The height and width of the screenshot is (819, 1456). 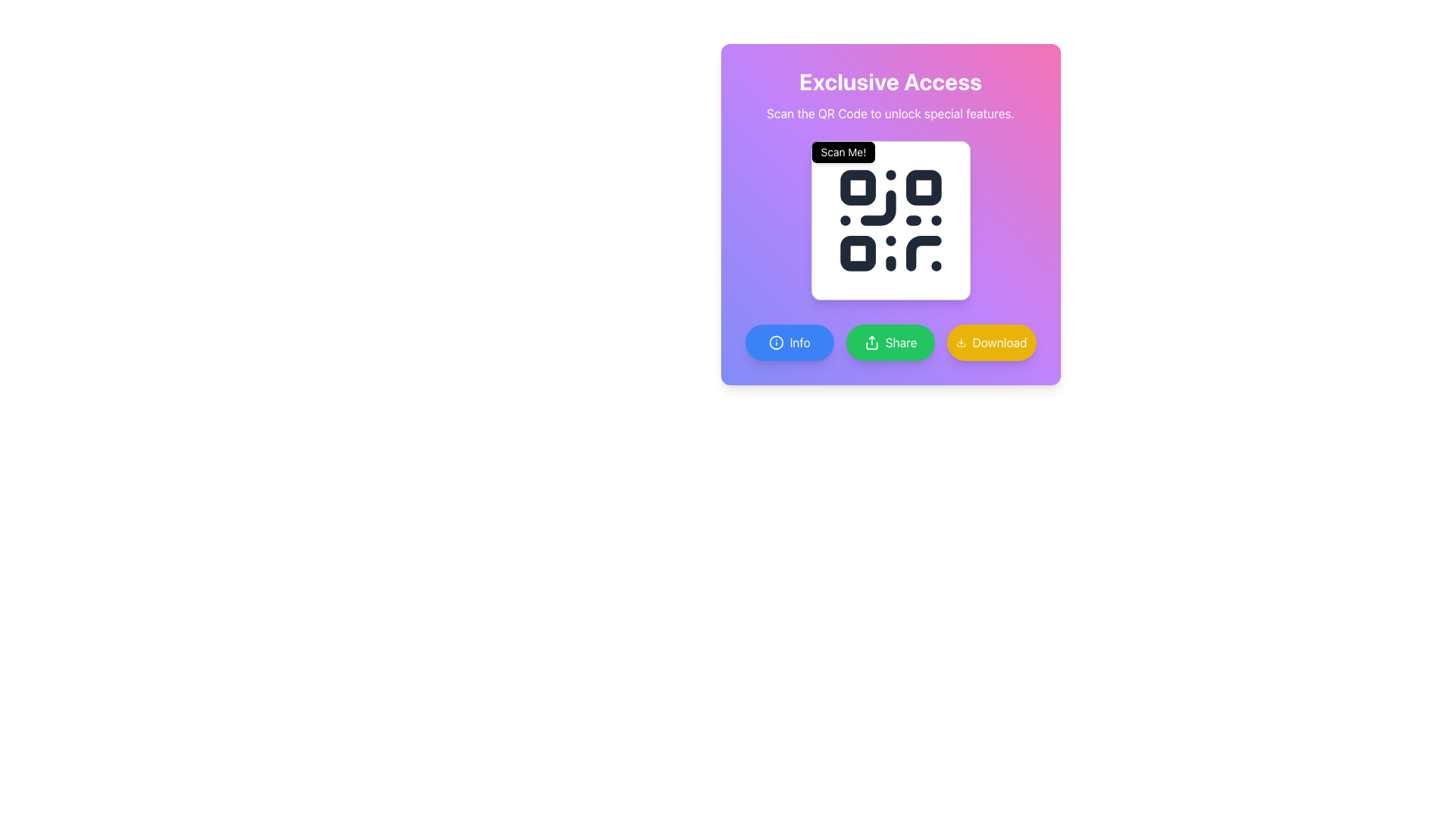 I want to click on the blue circular 'Info' button located on the leftmost side of the horizontal button group beneath the QR code, so click(x=776, y=342).